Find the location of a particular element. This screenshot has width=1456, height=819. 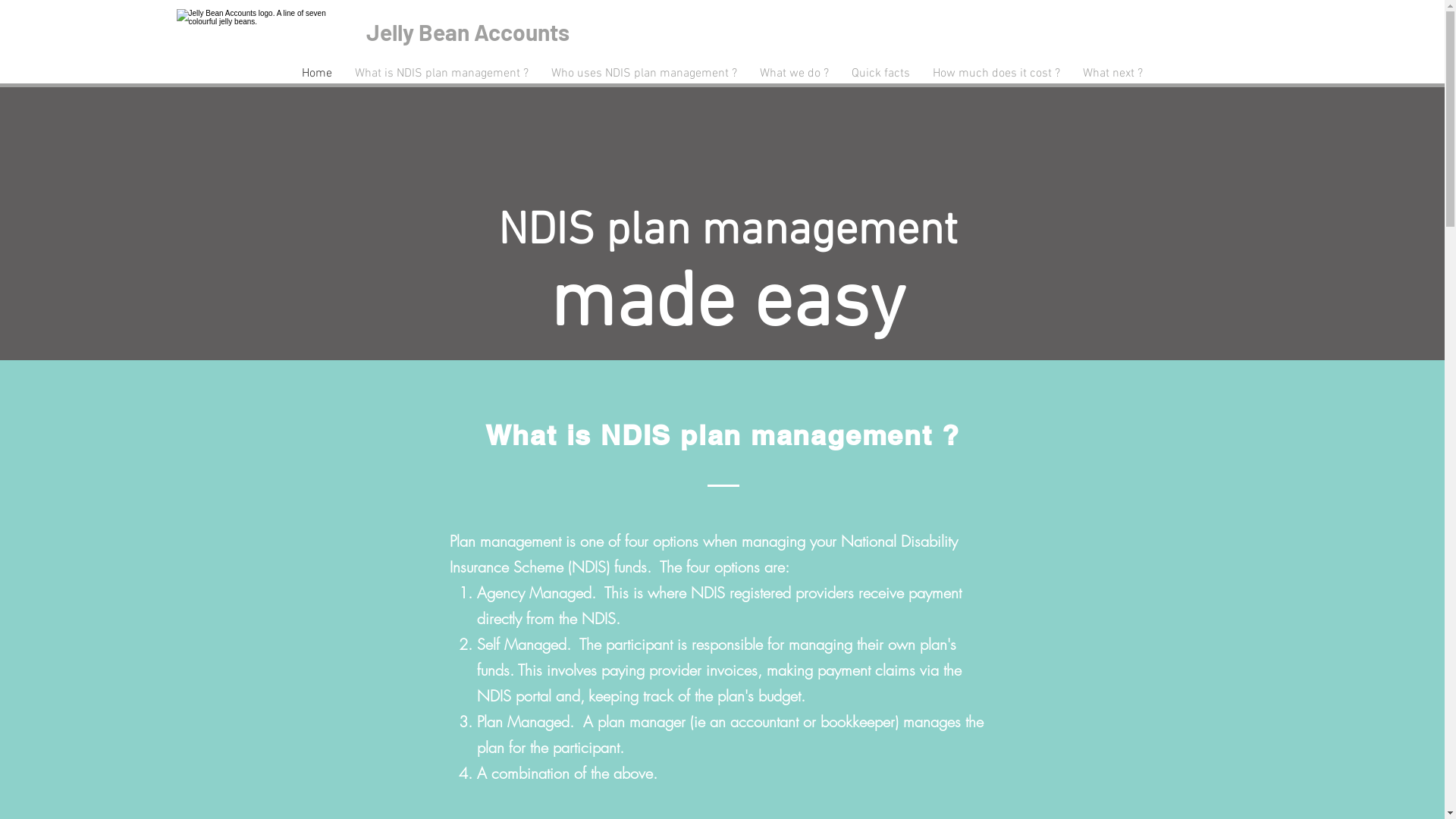

'What is NDIS plan management ?' is located at coordinates (441, 73).